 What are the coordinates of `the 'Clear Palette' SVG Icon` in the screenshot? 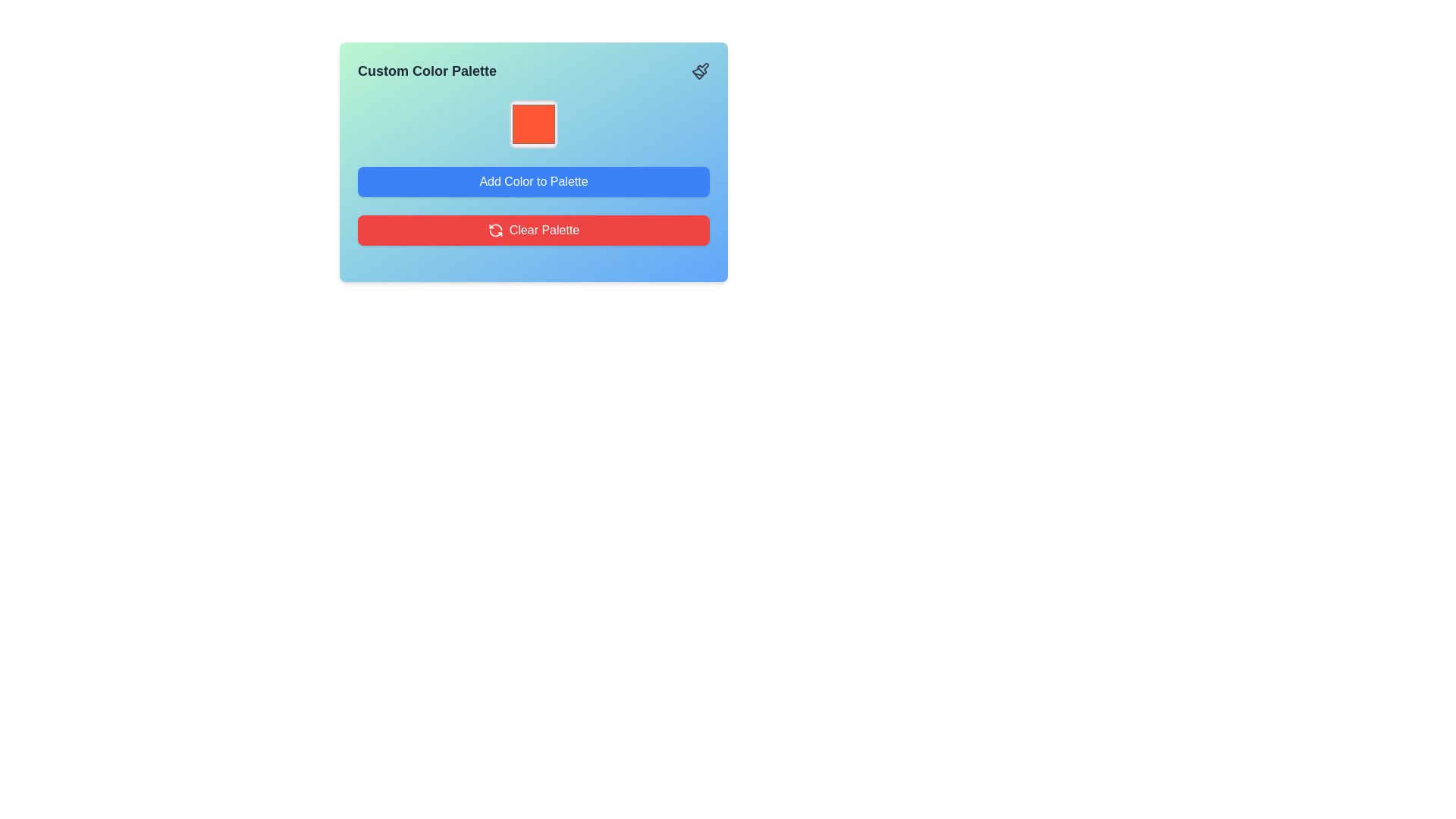 It's located at (495, 231).